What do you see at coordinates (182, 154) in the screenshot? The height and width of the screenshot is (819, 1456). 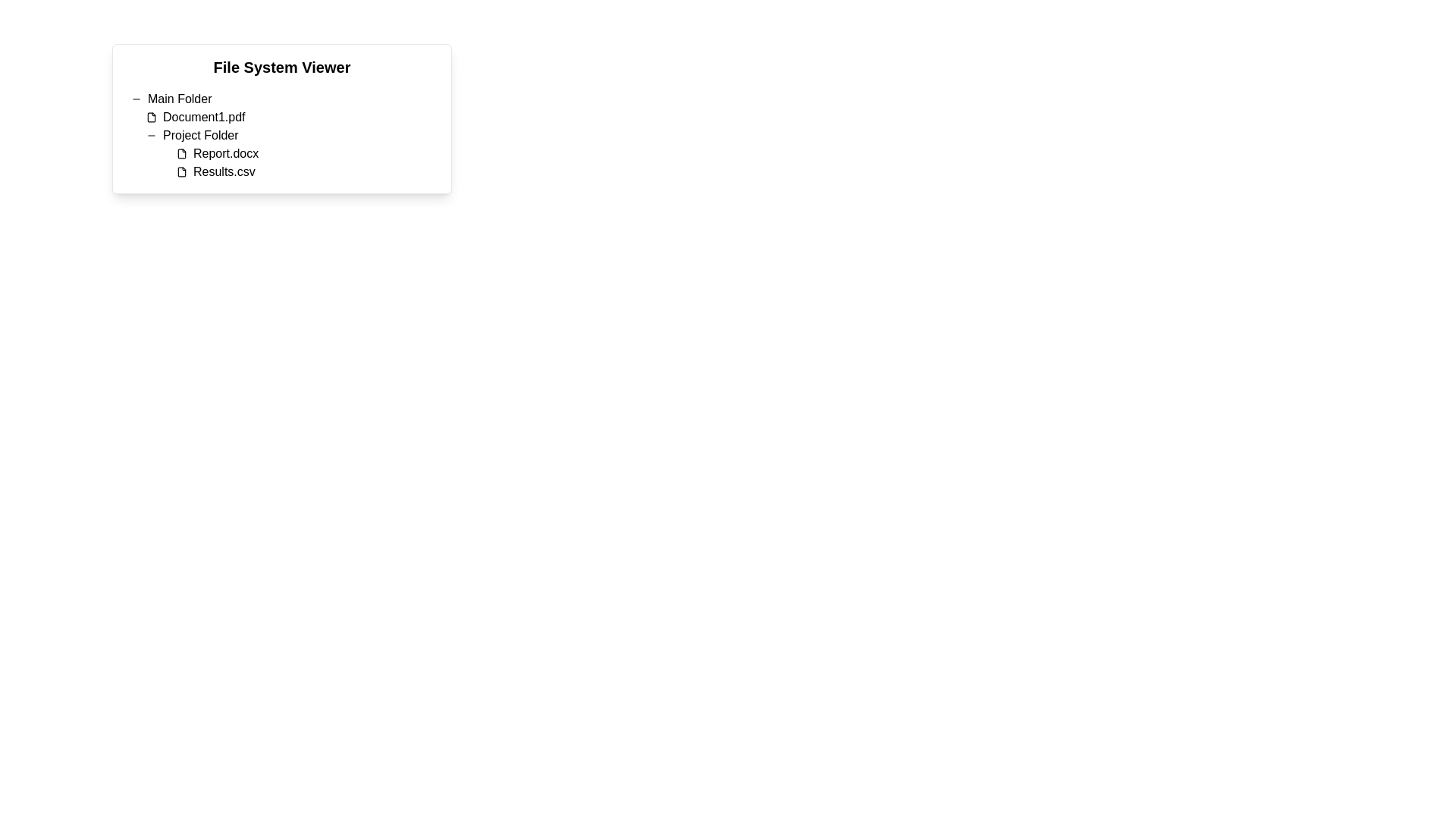 I see `the black file icon, which is positioned to the left of the text 'Report.docx'` at bounding box center [182, 154].